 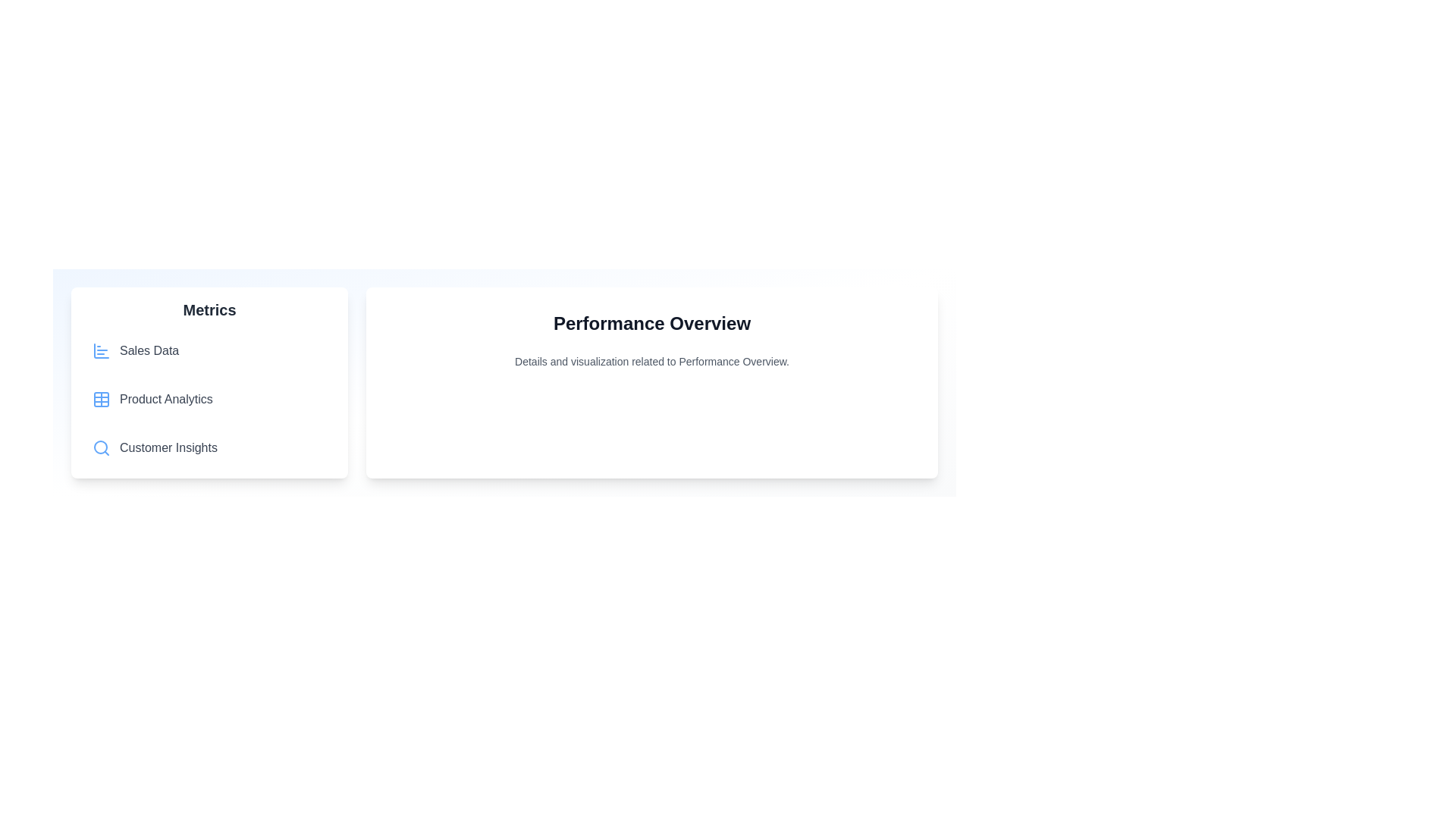 What do you see at coordinates (209, 350) in the screenshot?
I see `keyboard navigation` at bounding box center [209, 350].